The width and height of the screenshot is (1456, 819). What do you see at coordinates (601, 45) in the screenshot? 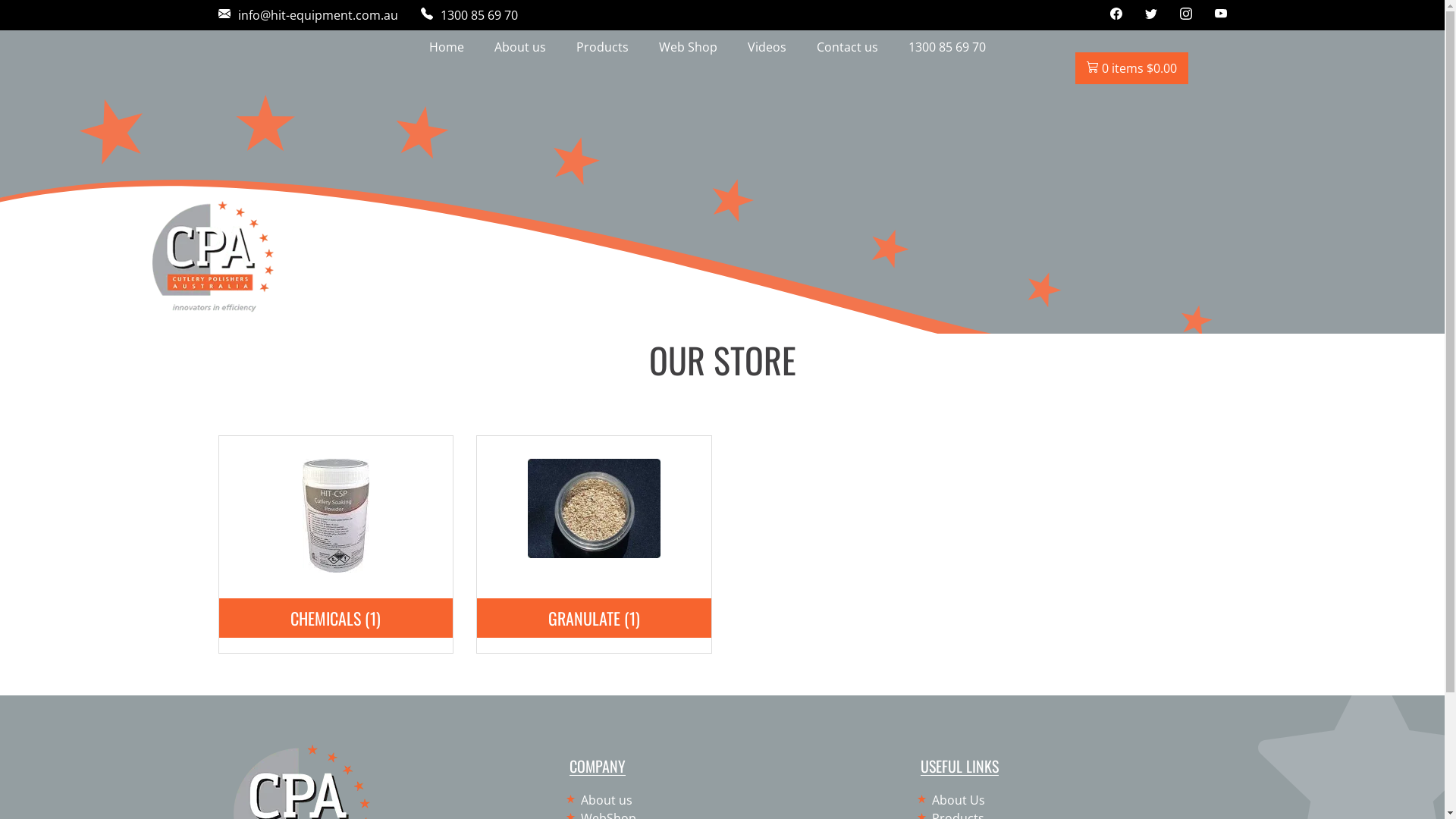
I see `'Products'` at bounding box center [601, 45].